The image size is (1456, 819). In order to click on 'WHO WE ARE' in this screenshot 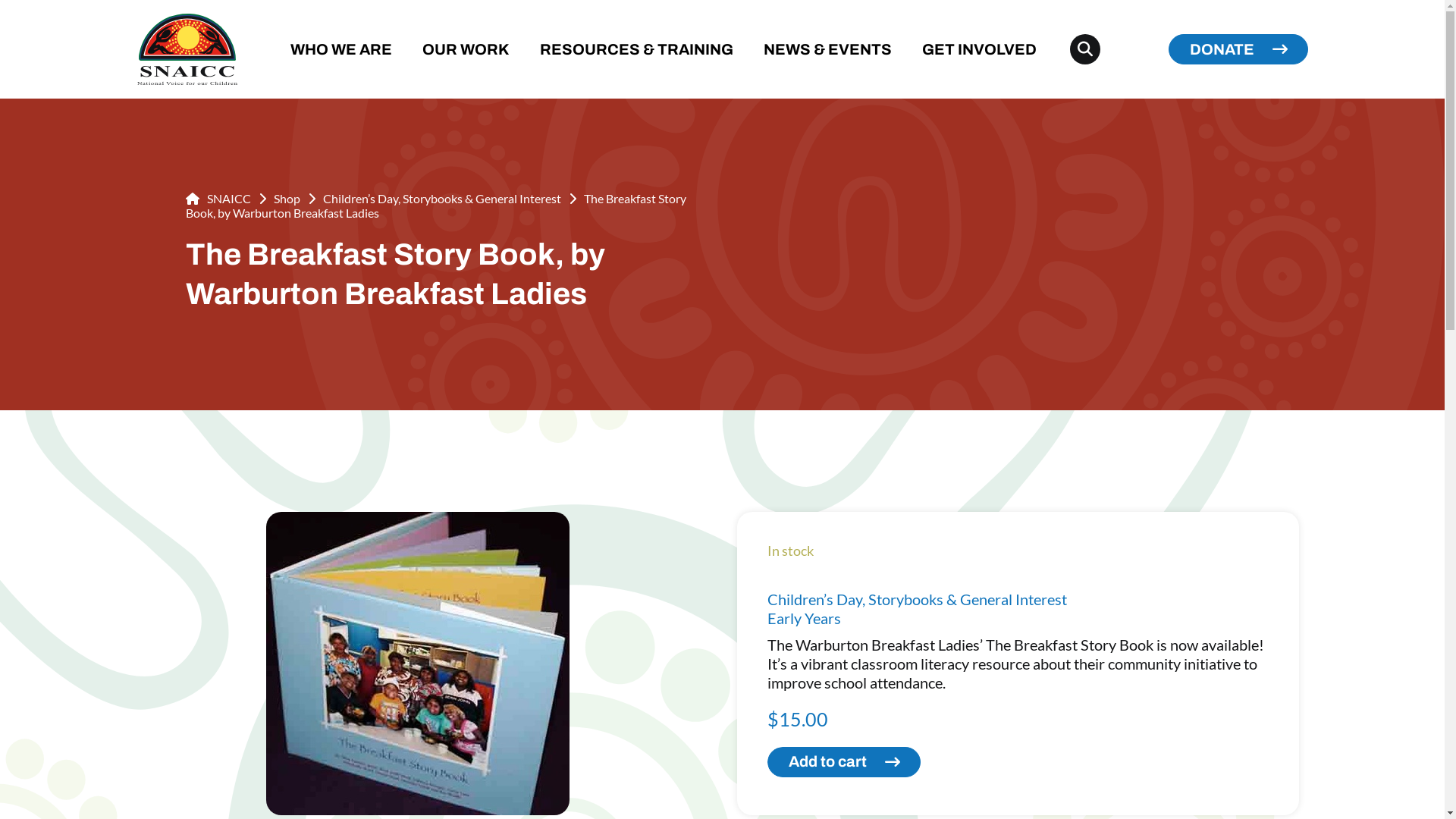, I will do `click(340, 49)`.